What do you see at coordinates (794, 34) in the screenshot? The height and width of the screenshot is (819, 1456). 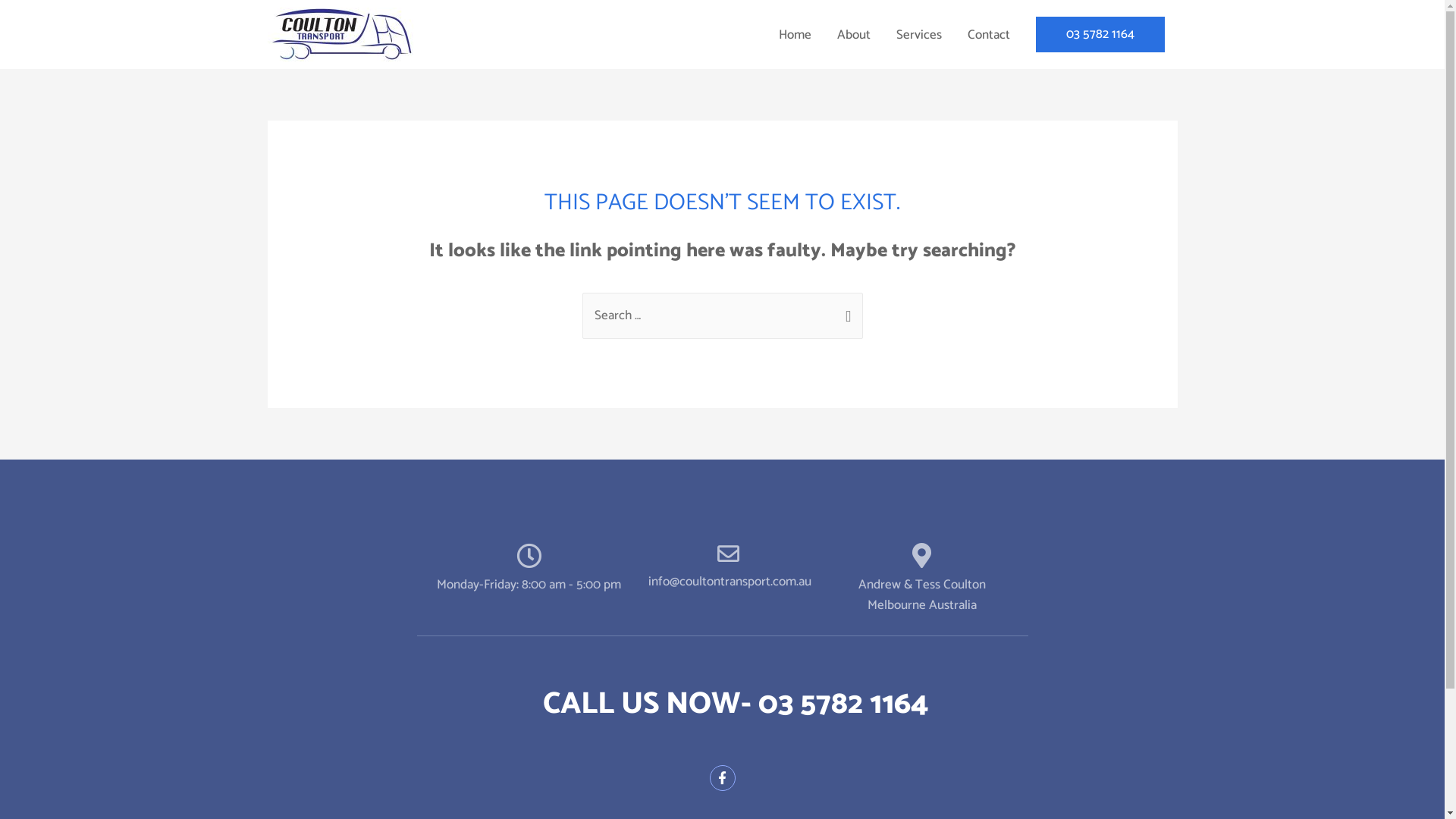 I see `'Home'` at bounding box center [794, 34].